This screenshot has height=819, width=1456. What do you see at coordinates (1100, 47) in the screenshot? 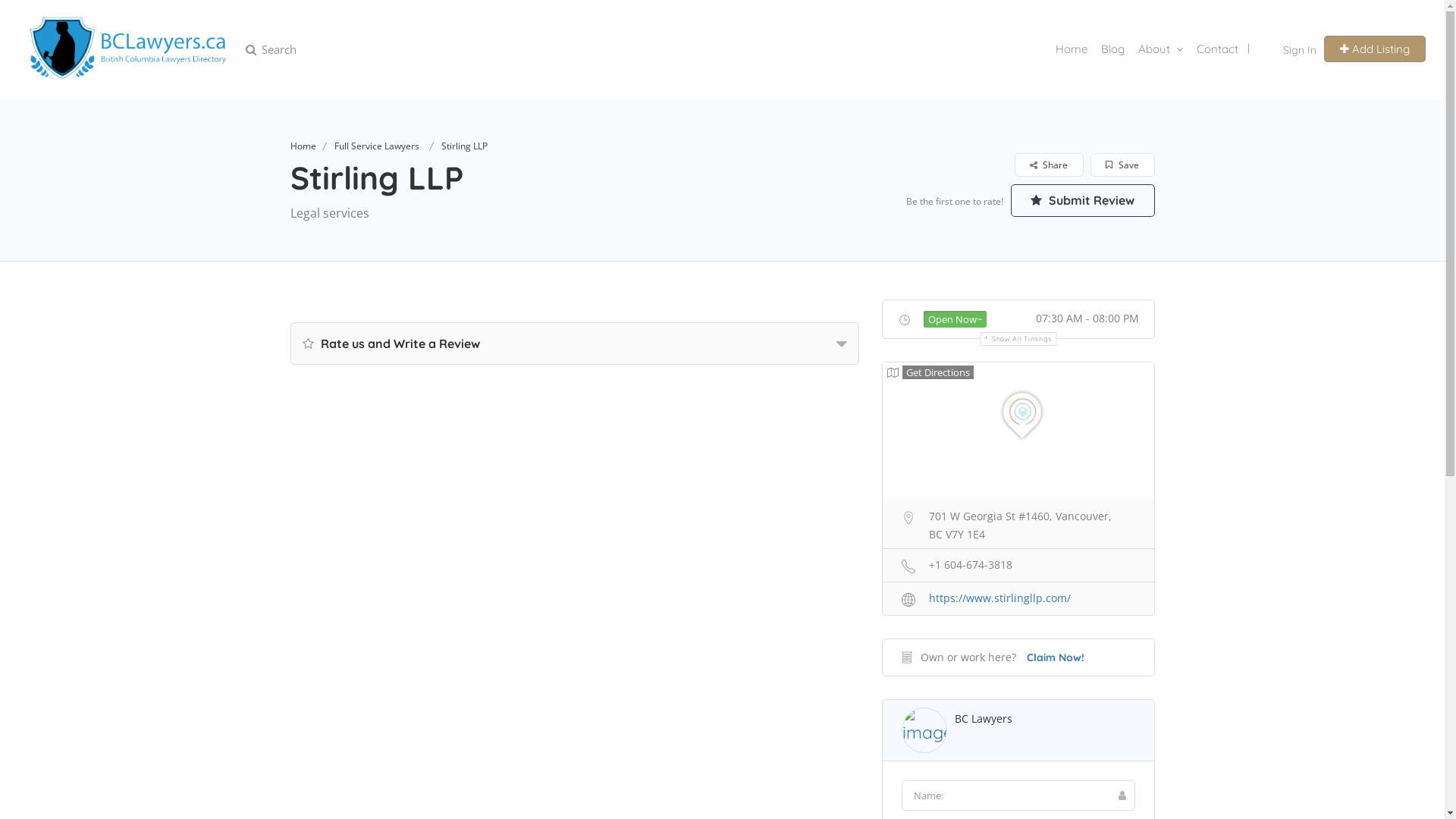
I see `'Blog'` at bounding box center [1100, 47].